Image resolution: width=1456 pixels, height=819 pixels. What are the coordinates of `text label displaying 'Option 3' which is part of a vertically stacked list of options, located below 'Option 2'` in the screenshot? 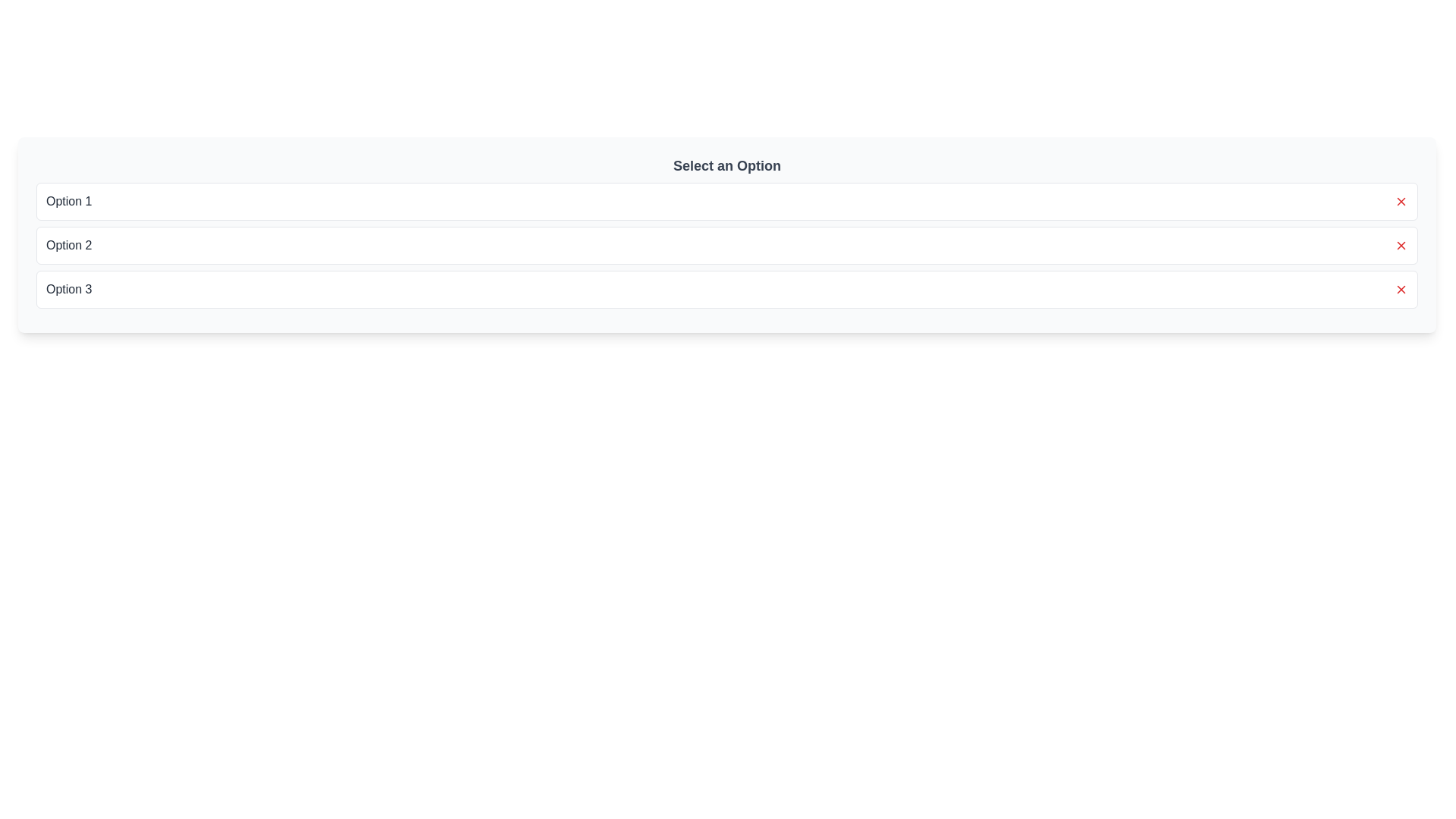 It's located at (68, 289).